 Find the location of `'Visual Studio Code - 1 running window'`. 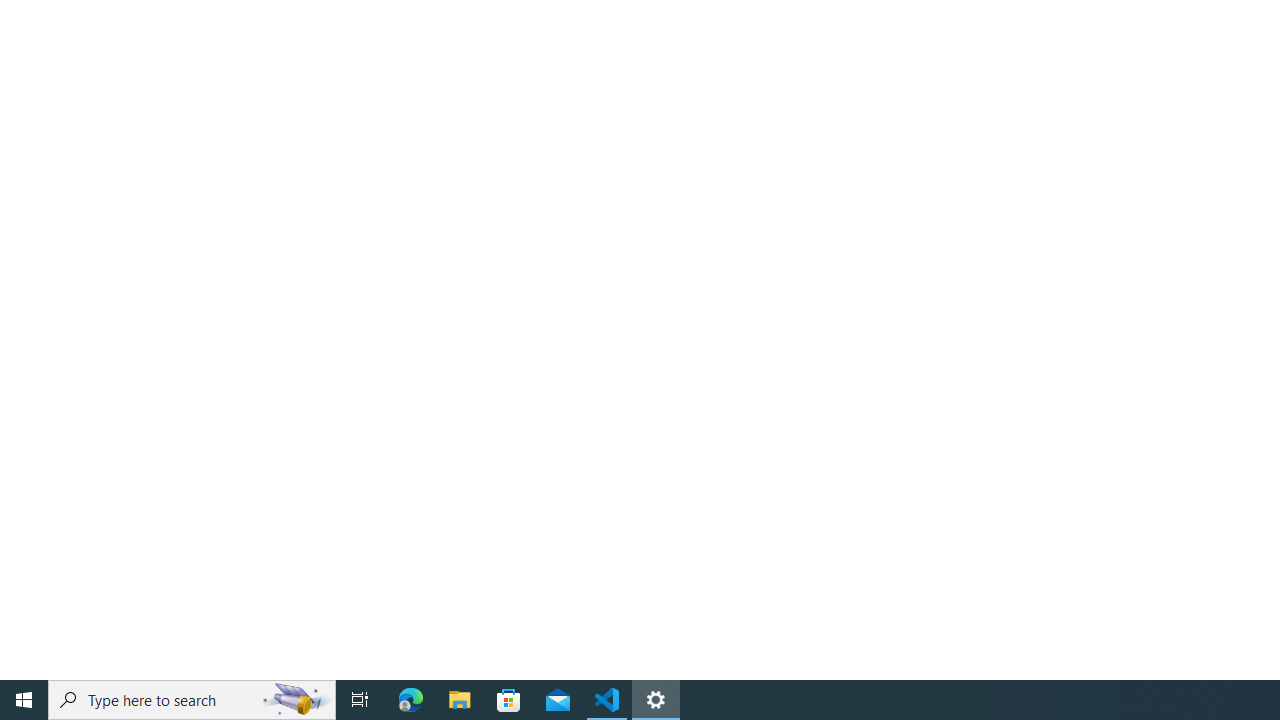

'Visual Studio Code - 1 running window' is located at coordinates (606, 698).